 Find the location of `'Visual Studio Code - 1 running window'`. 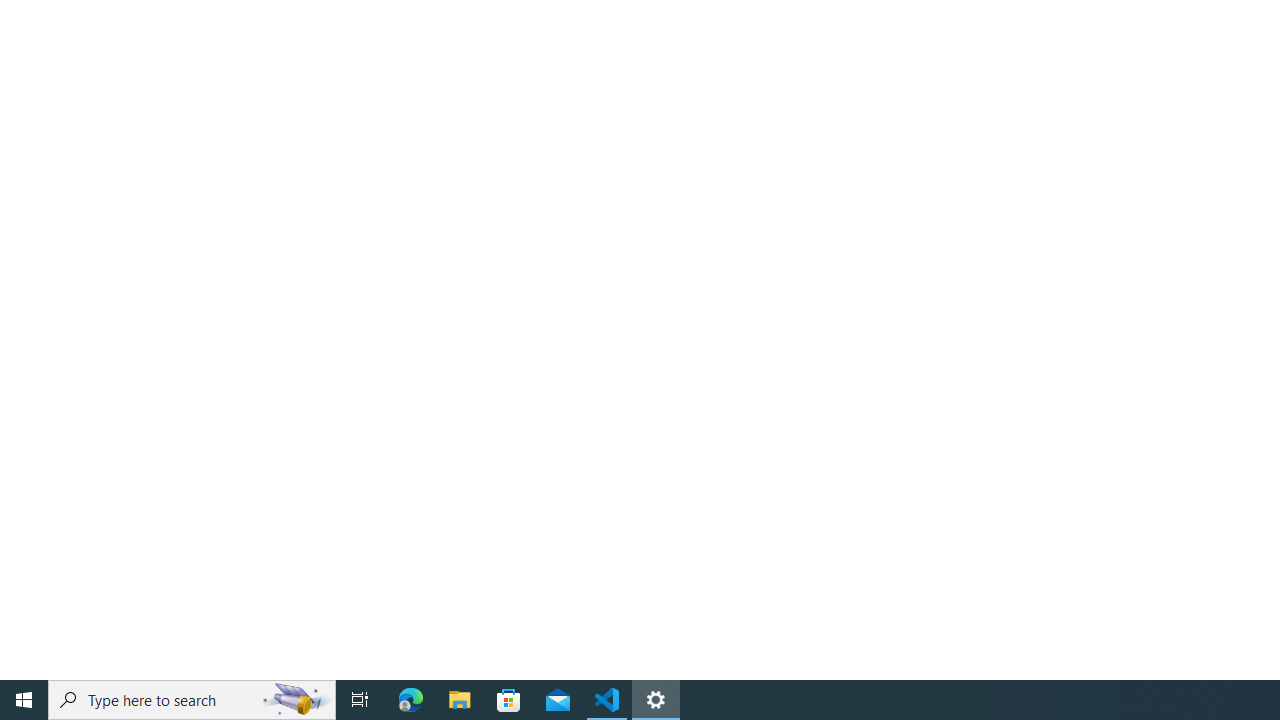

'Visual Studio Code - 1 running window' is located at coordinates (606, 698).